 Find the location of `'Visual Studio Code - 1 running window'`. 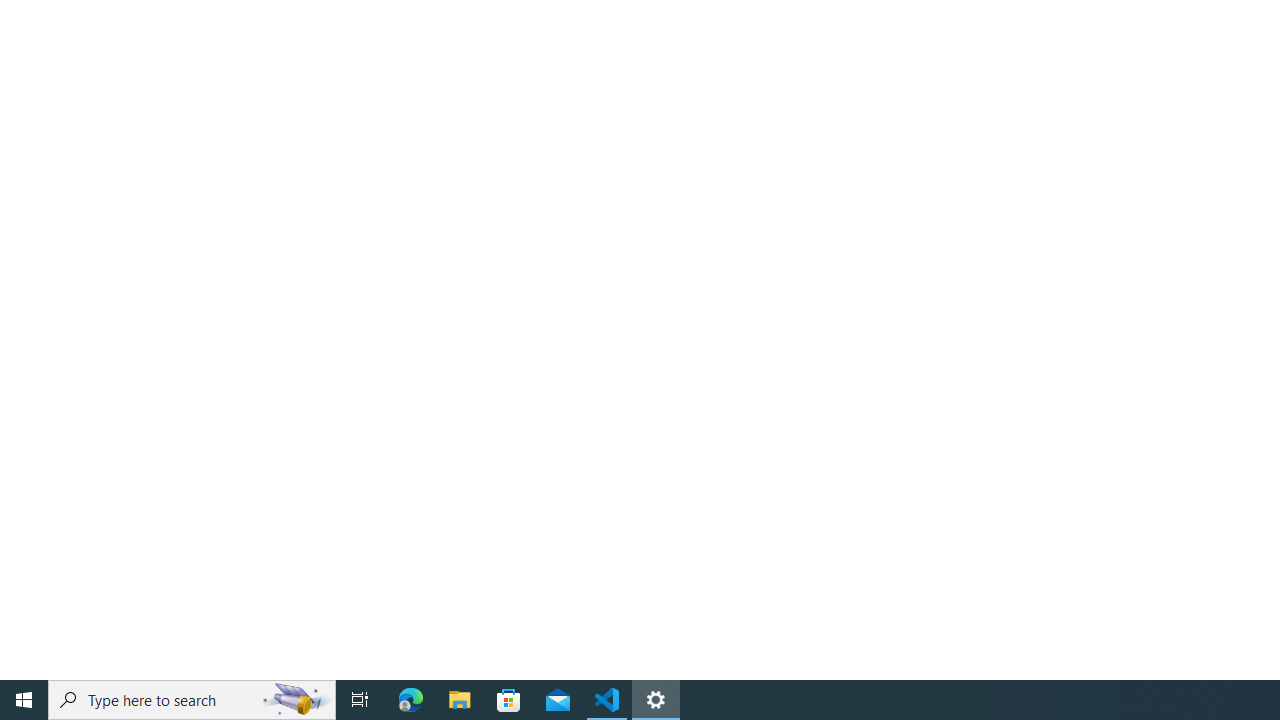

'Visual Studio Code - 1 running window' is located at coordinates (606, 698).